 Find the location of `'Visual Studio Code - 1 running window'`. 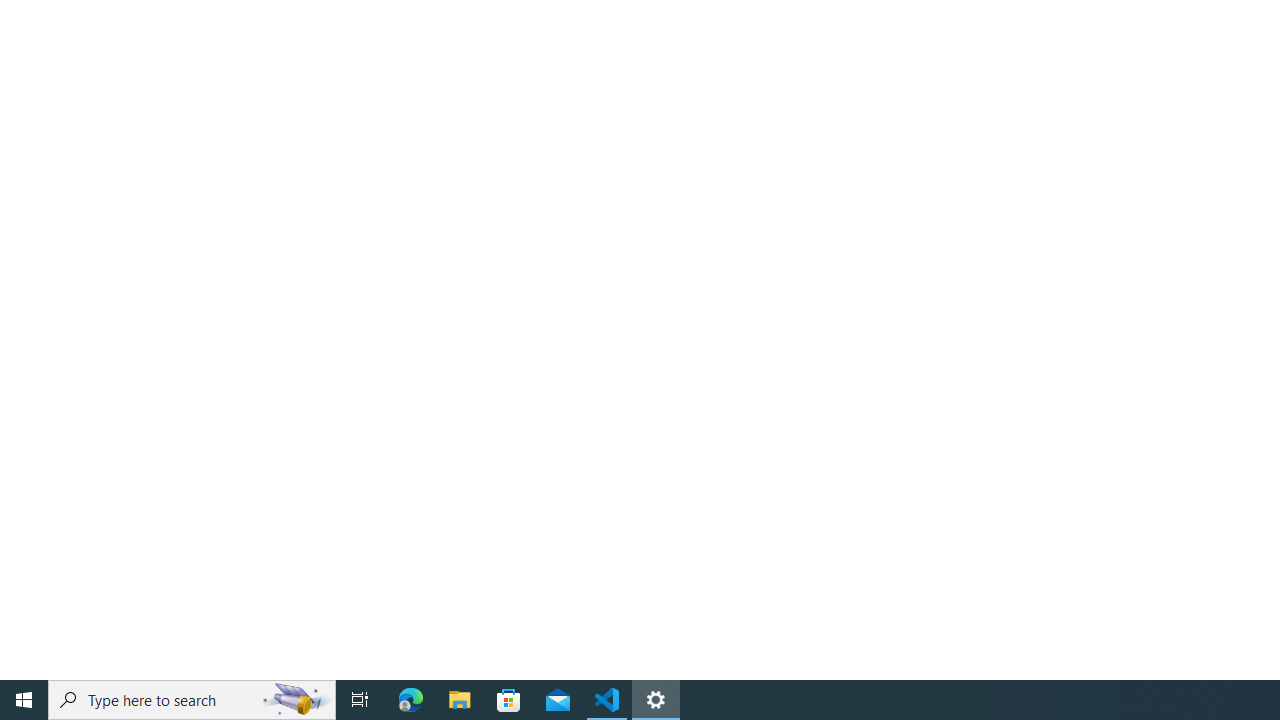

'Visual Studio Code - 1 running window' is located at coordinates (606, 698).